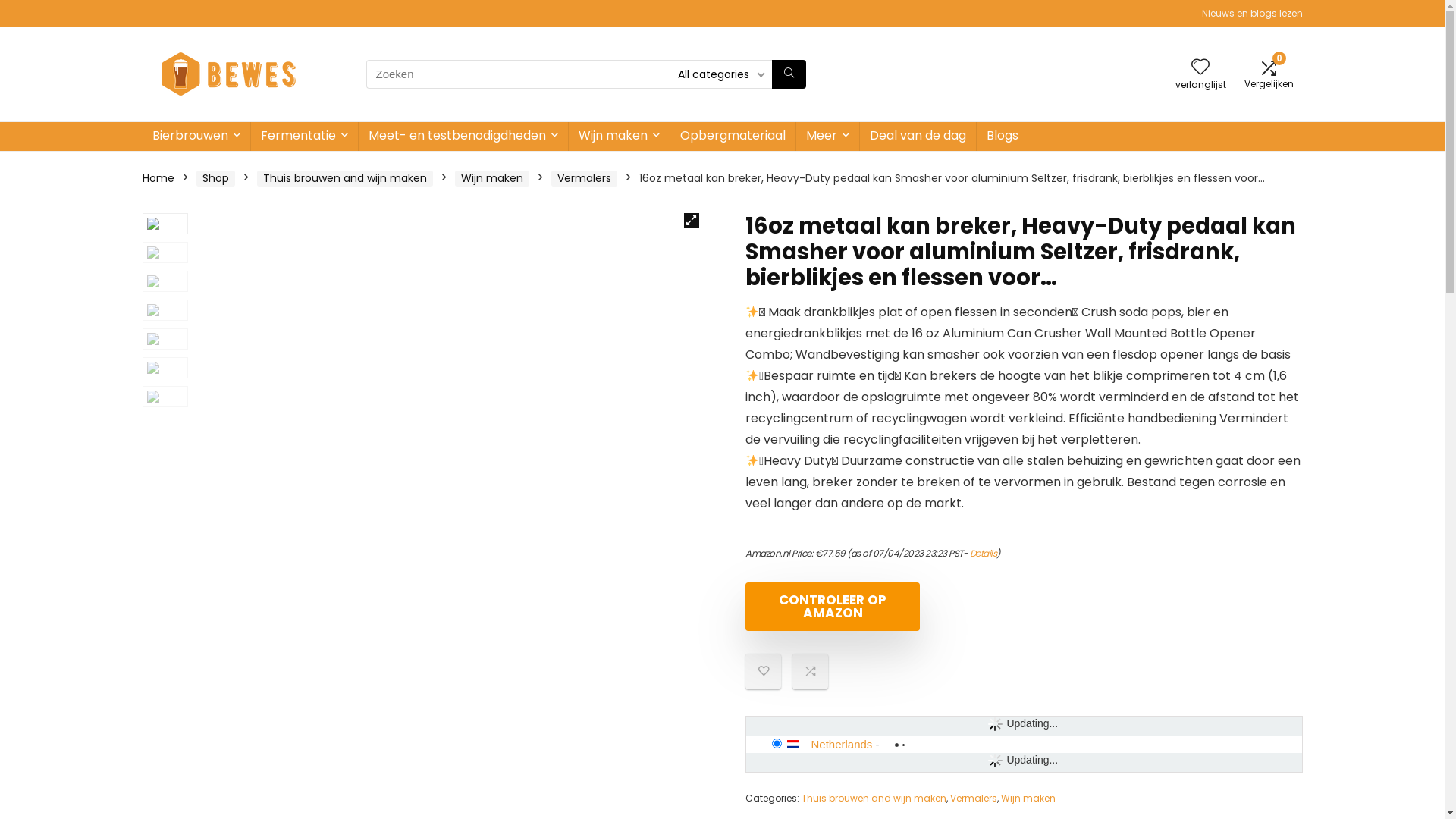 The width and height of the screenshot is (1456, 819). Describe the element at coordinates (917, 136) in the screenshot. I see `'Deal van de dag'` at that location.